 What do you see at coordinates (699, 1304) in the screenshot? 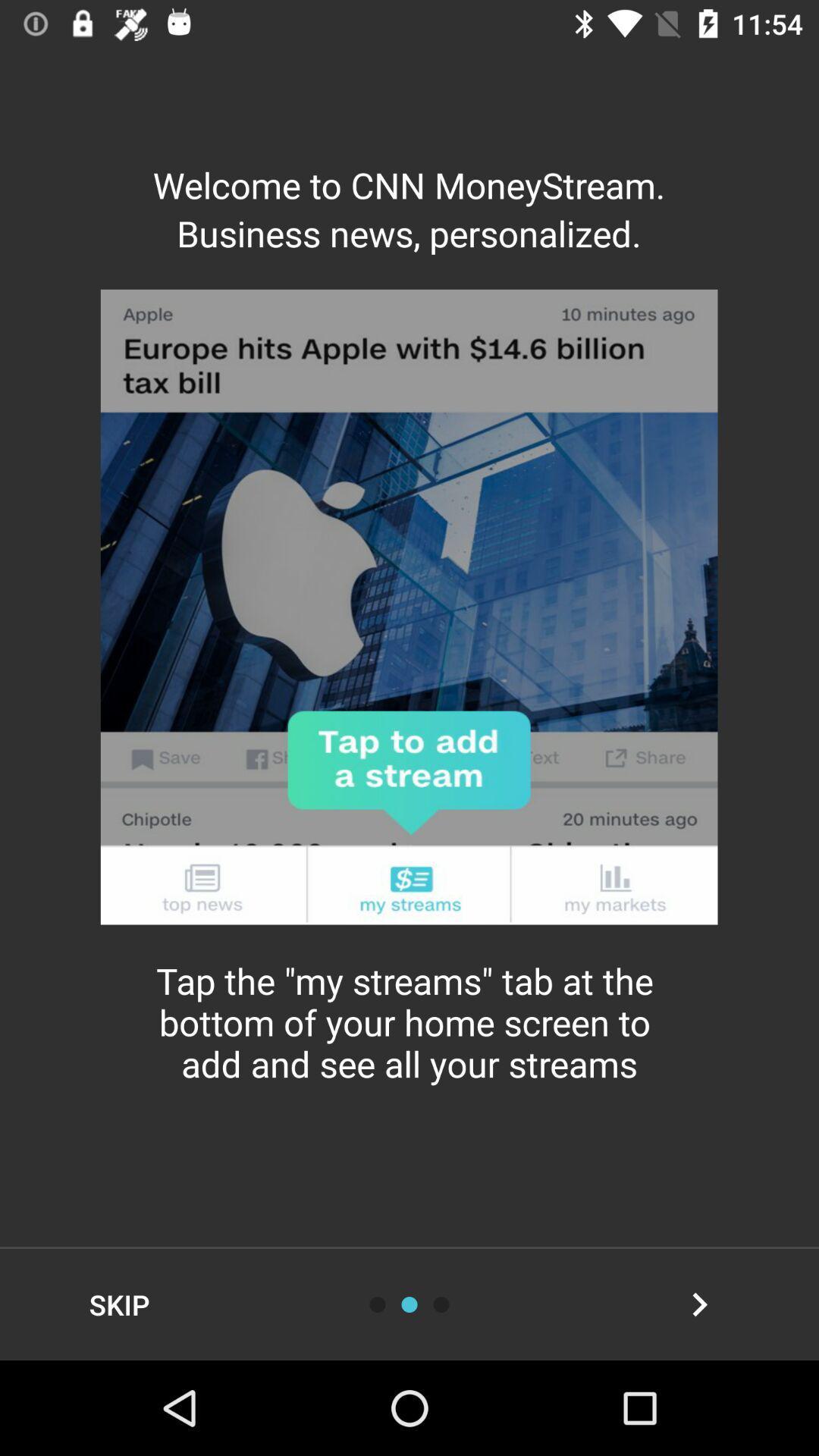
I see `next button` at bounding box center [699, 1304].